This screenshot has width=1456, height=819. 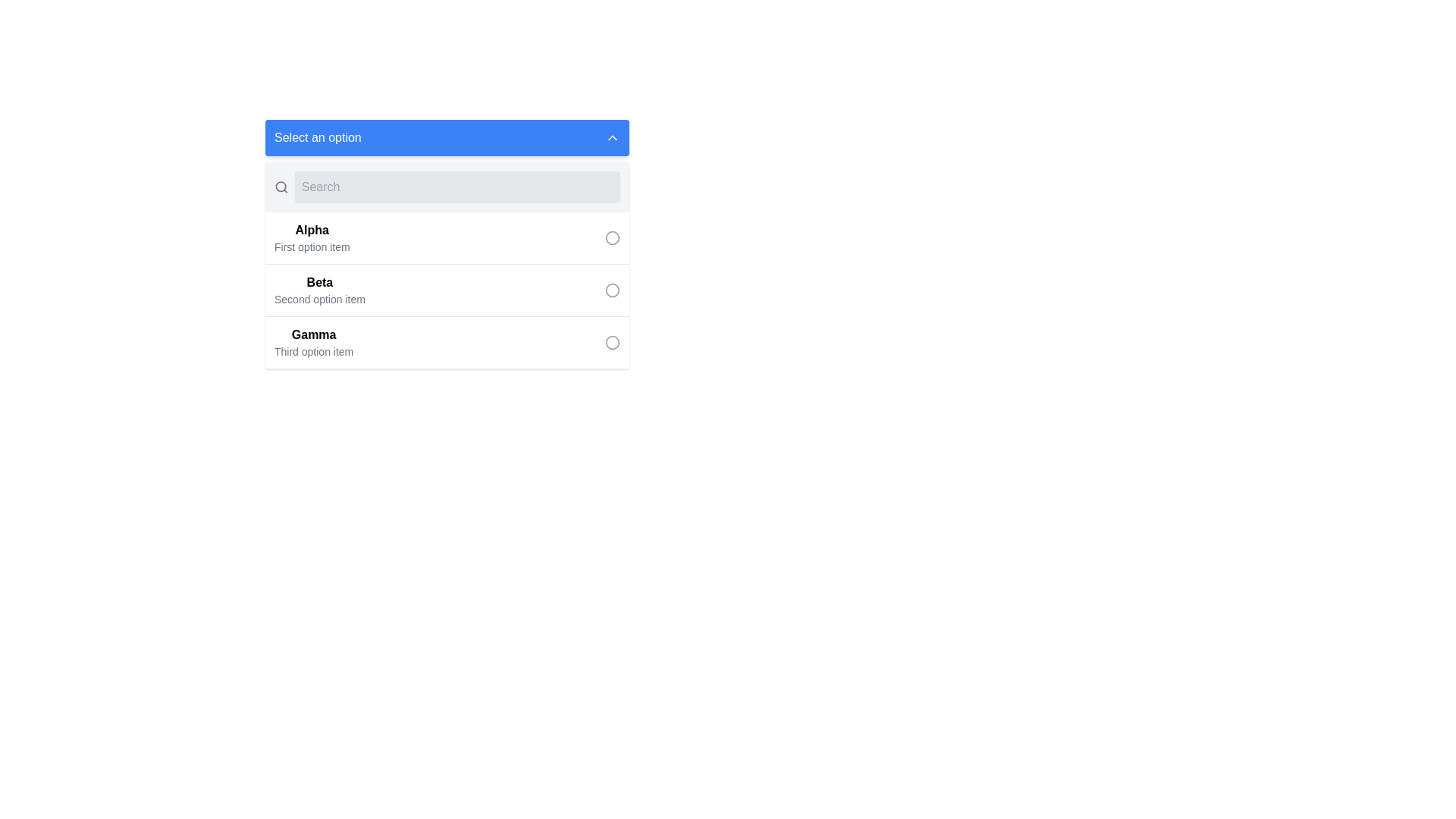 What do you see at coordinates (447, 265) in the screenshot?
I see `the 'Beta' option in the dropdown list, which is positioned between 'Alpha' and 'Gamma'` at bounding box center [447, 265].